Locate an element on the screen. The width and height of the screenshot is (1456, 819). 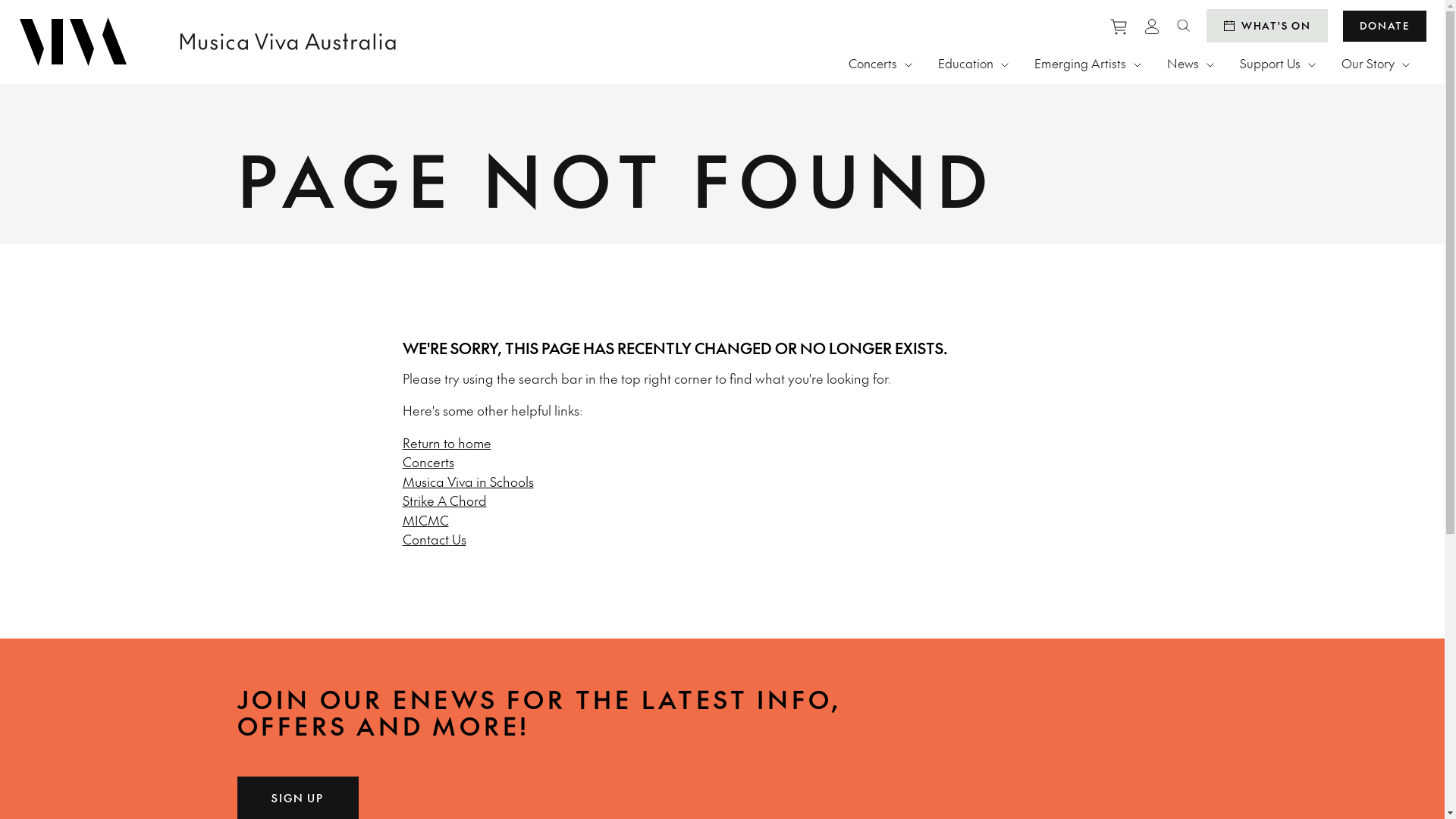
'WHAT'S ON' is located at coordinates (1266, 26).